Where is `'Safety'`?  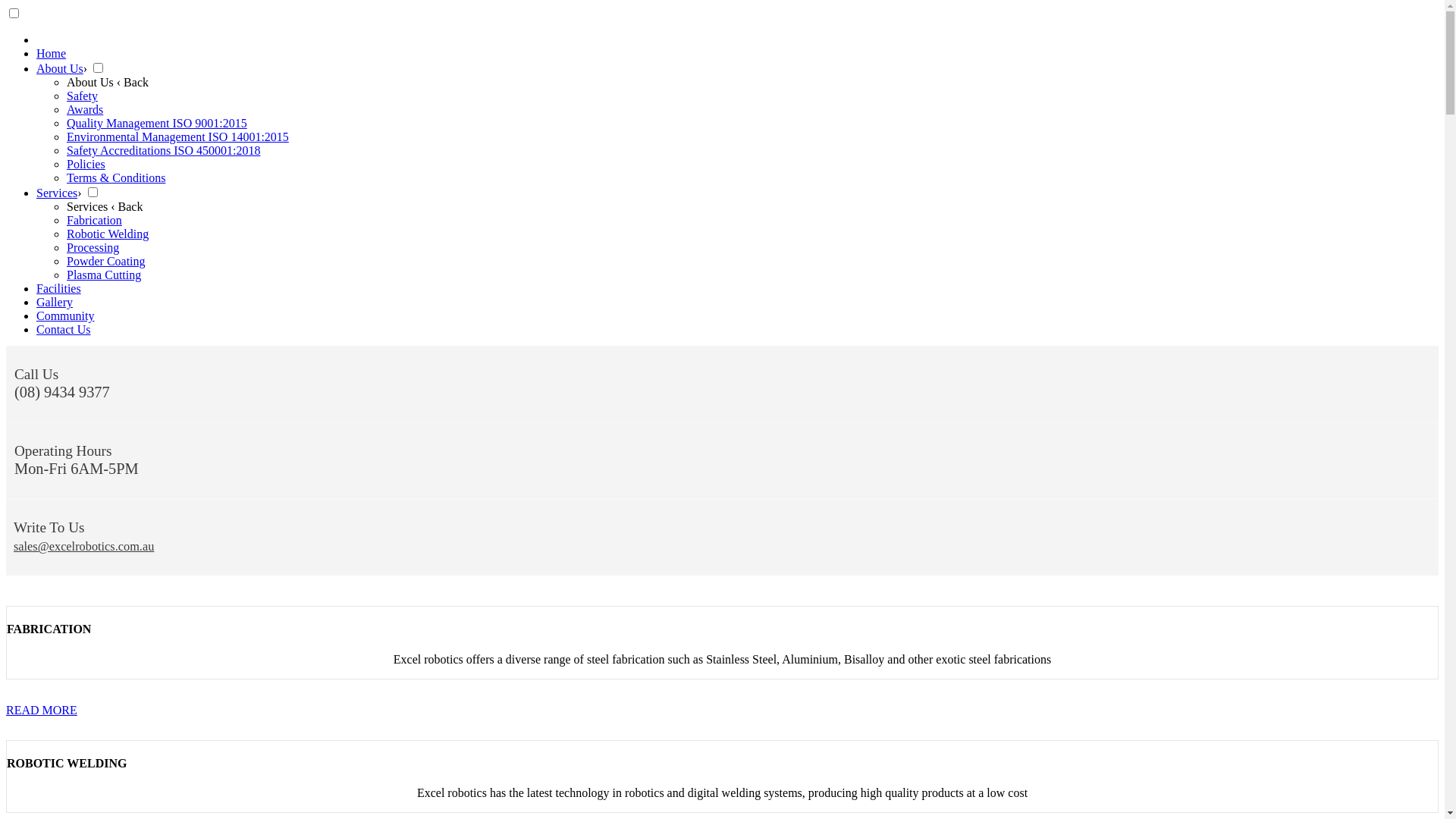
'Safety' is located at coordinates (81, 96).